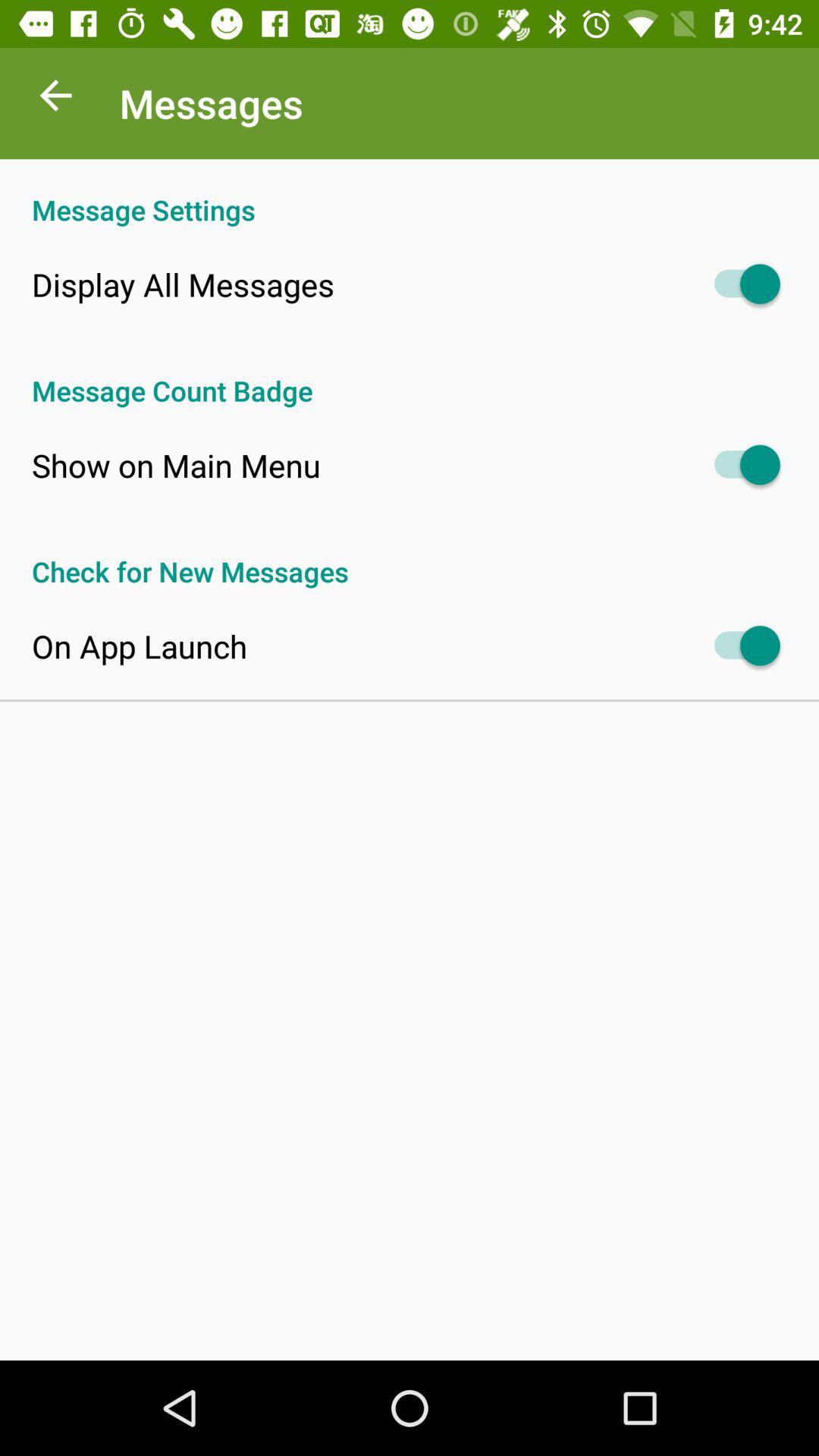 This screenshot has height=1456, width=819. Describe the element at coordinates (409, 375) in the screenshot. I see `the message count badge app` at that location.